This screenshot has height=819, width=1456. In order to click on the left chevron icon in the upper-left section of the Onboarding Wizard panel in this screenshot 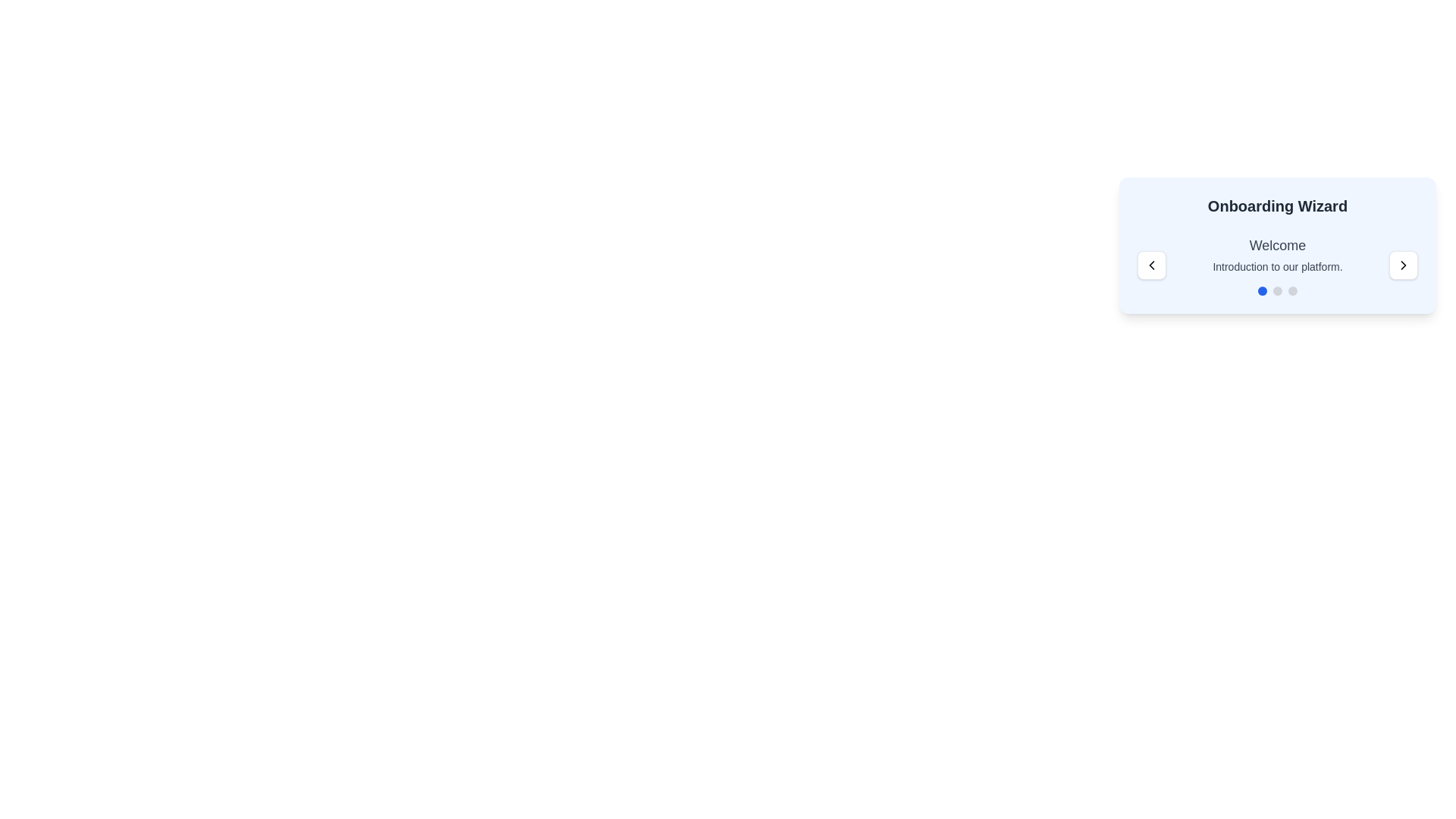, I will do `click(1151, 265)`.